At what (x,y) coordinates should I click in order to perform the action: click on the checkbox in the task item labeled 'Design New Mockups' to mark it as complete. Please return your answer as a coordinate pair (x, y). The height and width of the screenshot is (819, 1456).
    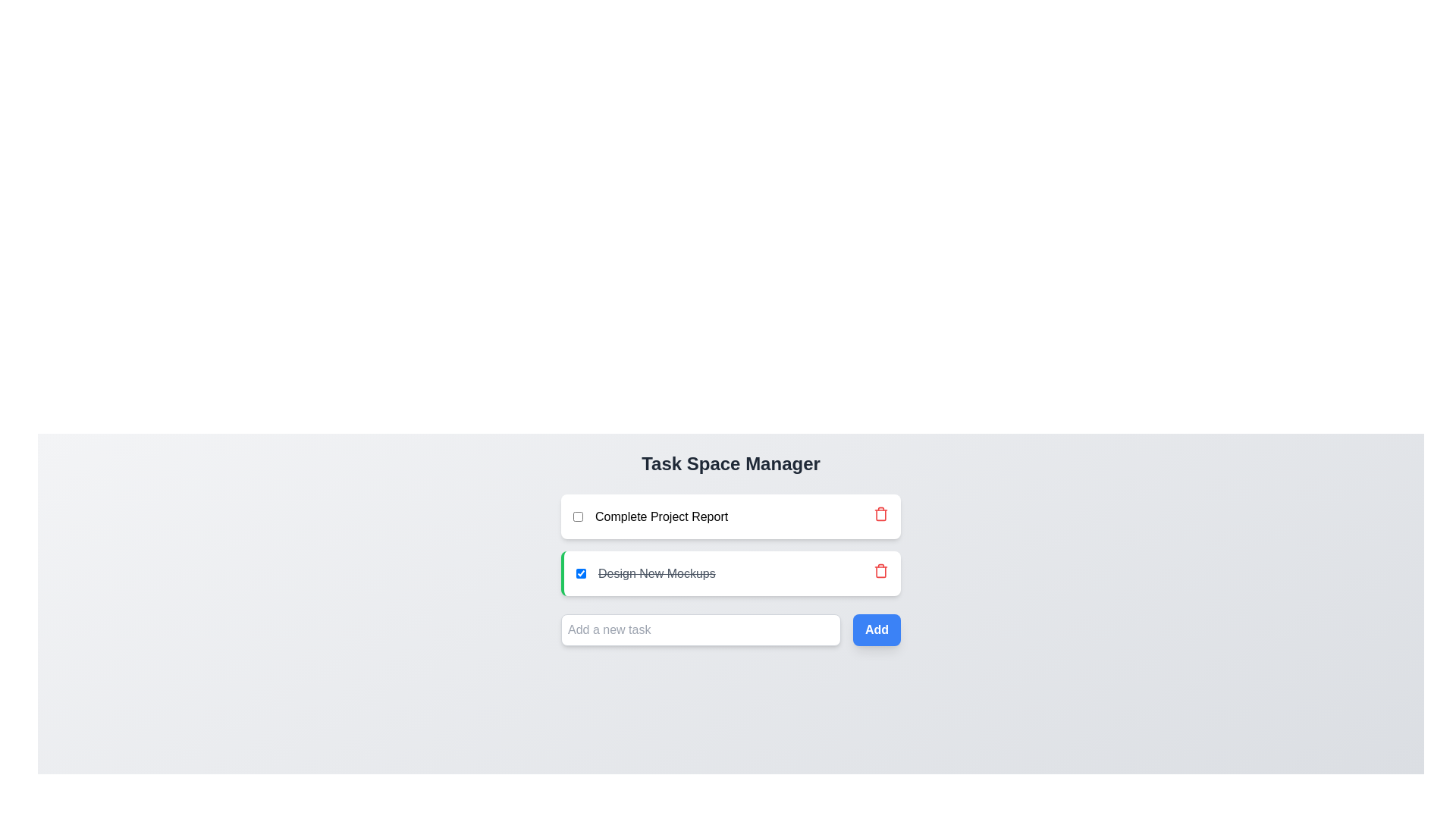
    Looking at the image, I should click on (731, 544).